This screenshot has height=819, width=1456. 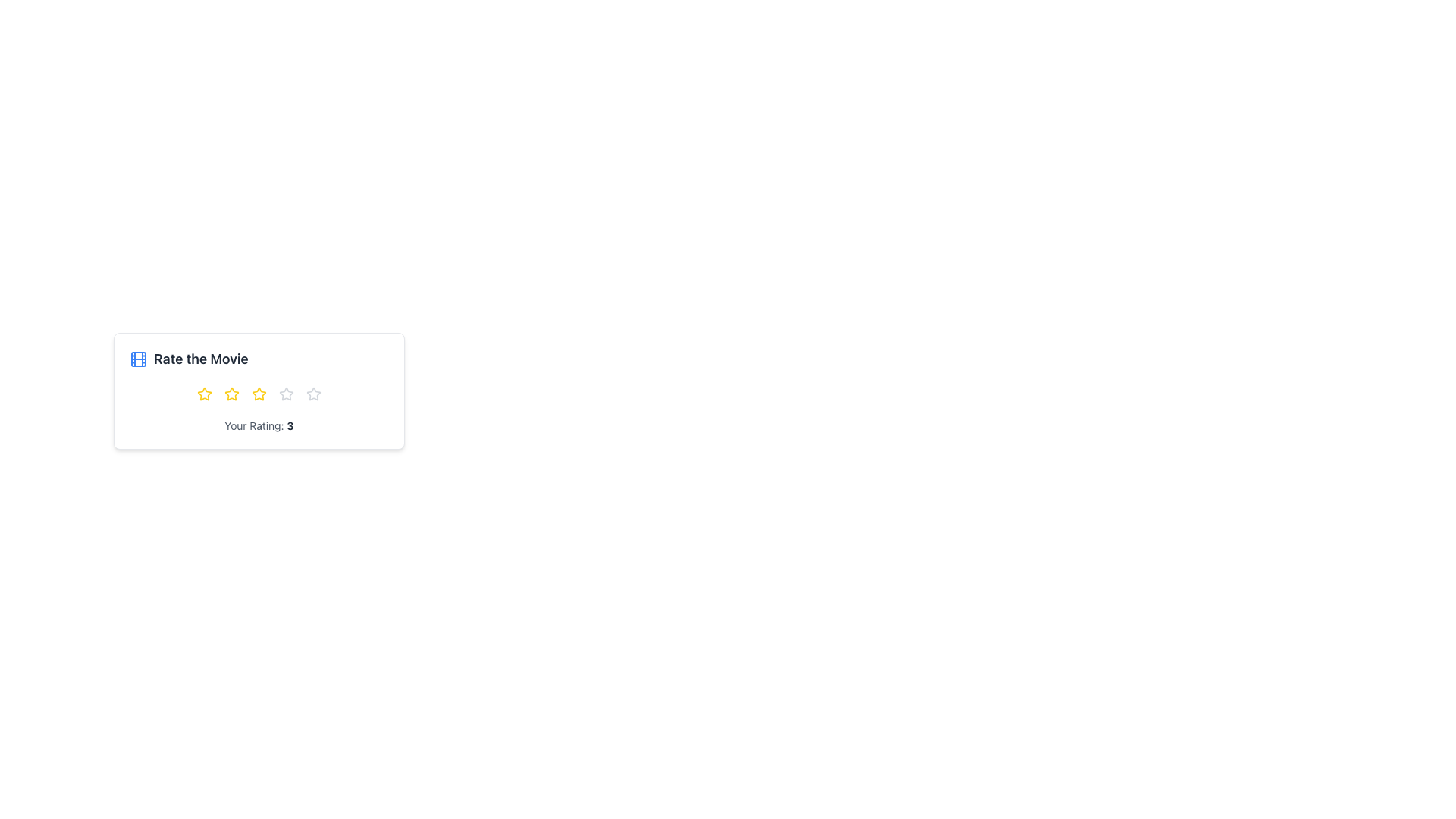 I want to click on the blue film reel icon outlined in white that is part of the 'Rate the Movie' section, located to the left of the text label, so click(x=138, y=359).